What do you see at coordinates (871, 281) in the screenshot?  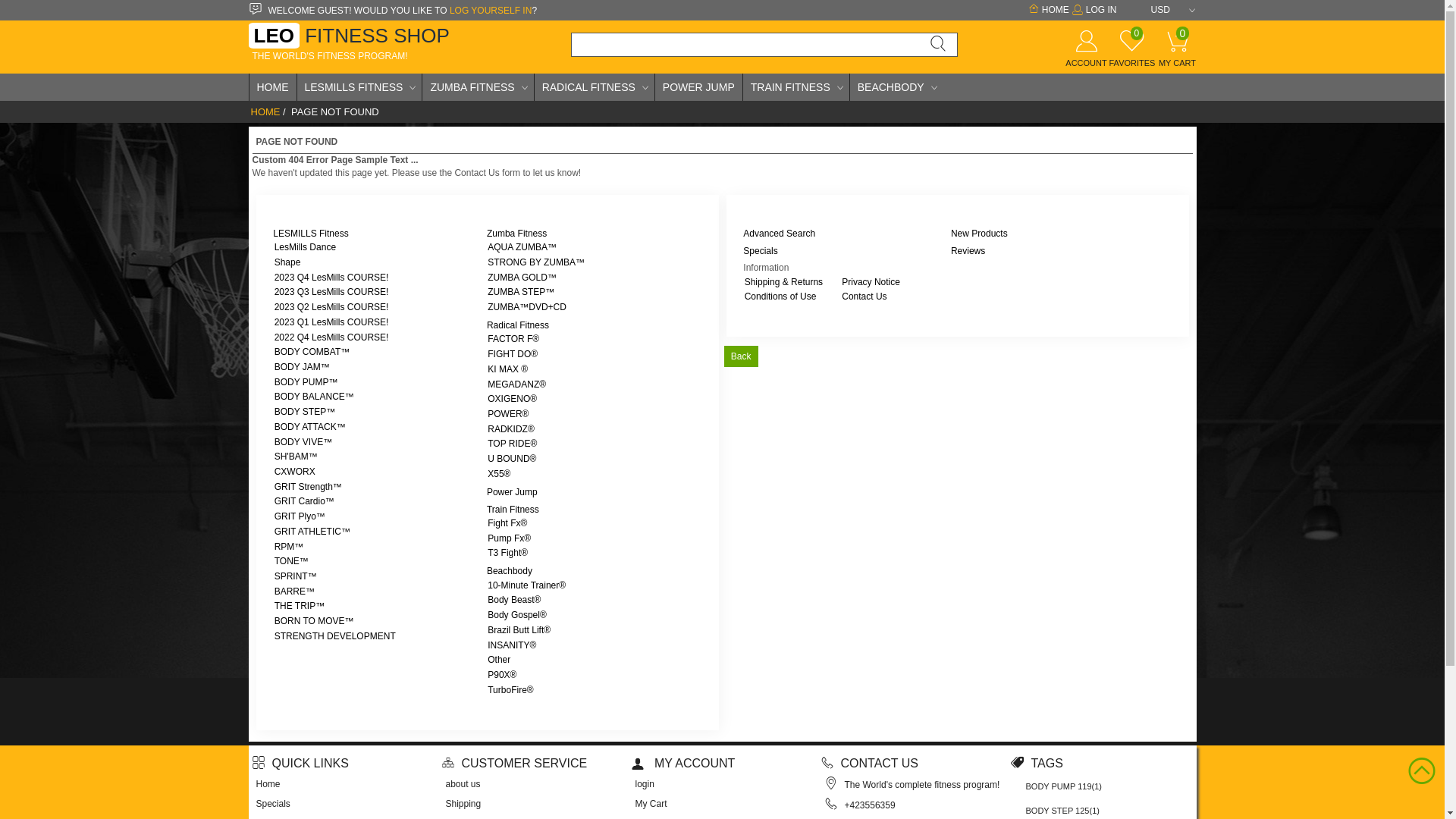 I see `'Privacy Notice'` at bounding box center [871, 281].